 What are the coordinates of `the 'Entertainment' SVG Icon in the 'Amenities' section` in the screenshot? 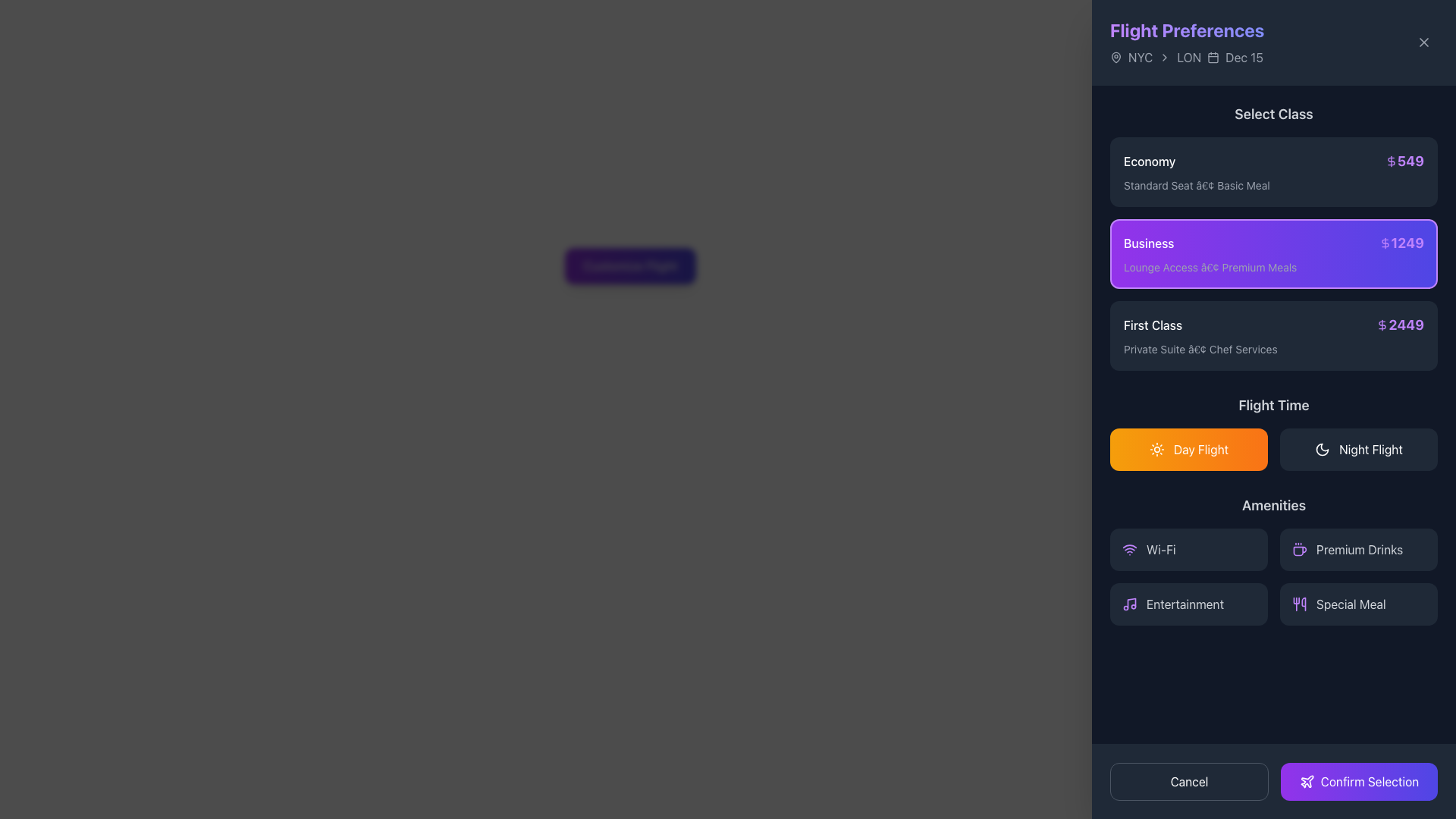 It's located at (1129, 604).